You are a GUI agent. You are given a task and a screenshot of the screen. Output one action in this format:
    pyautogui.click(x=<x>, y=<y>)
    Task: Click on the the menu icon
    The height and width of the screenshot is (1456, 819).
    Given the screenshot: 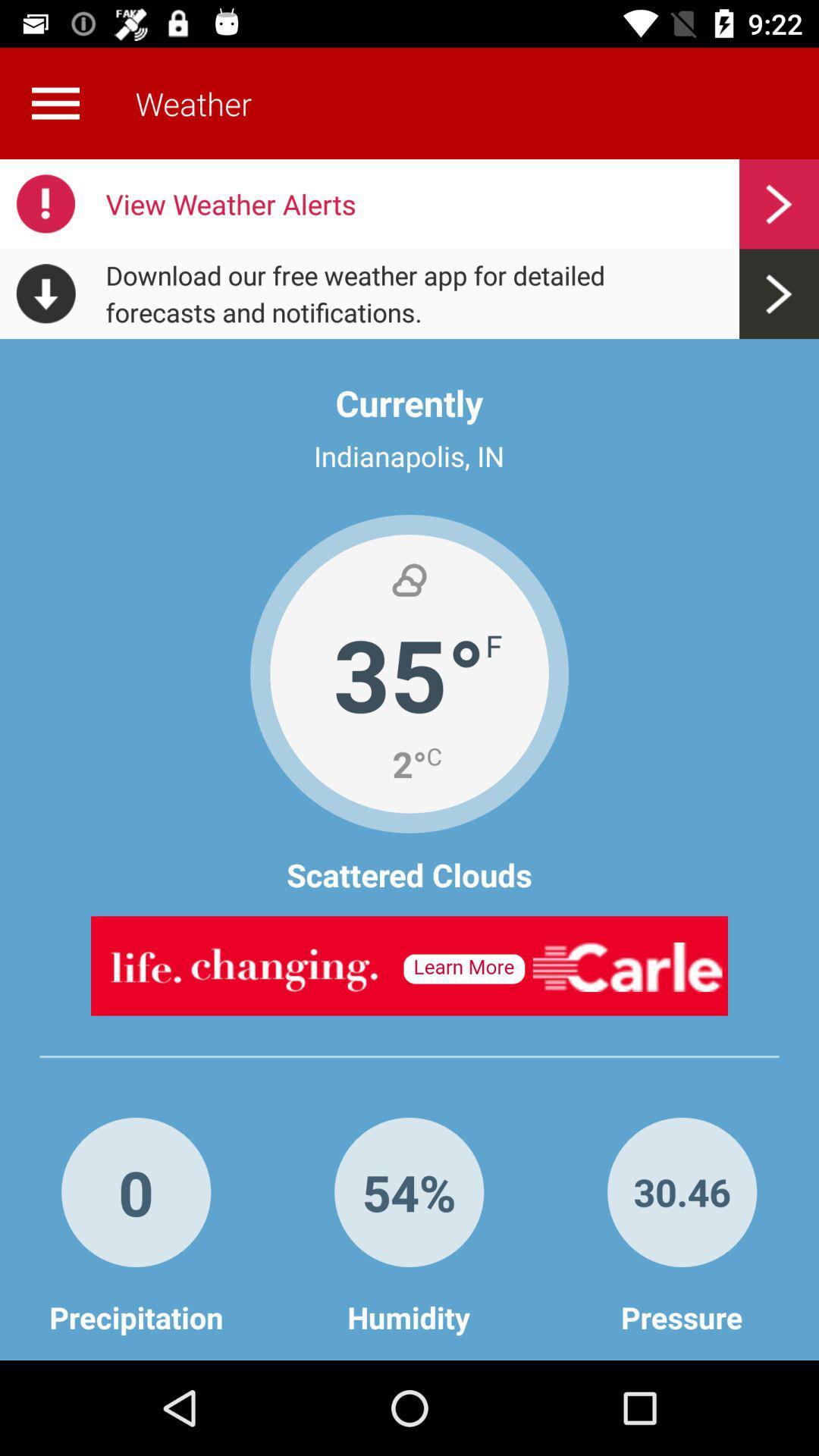 What is the action you would take?
    pyautogui.click(x=55, y=102)
    